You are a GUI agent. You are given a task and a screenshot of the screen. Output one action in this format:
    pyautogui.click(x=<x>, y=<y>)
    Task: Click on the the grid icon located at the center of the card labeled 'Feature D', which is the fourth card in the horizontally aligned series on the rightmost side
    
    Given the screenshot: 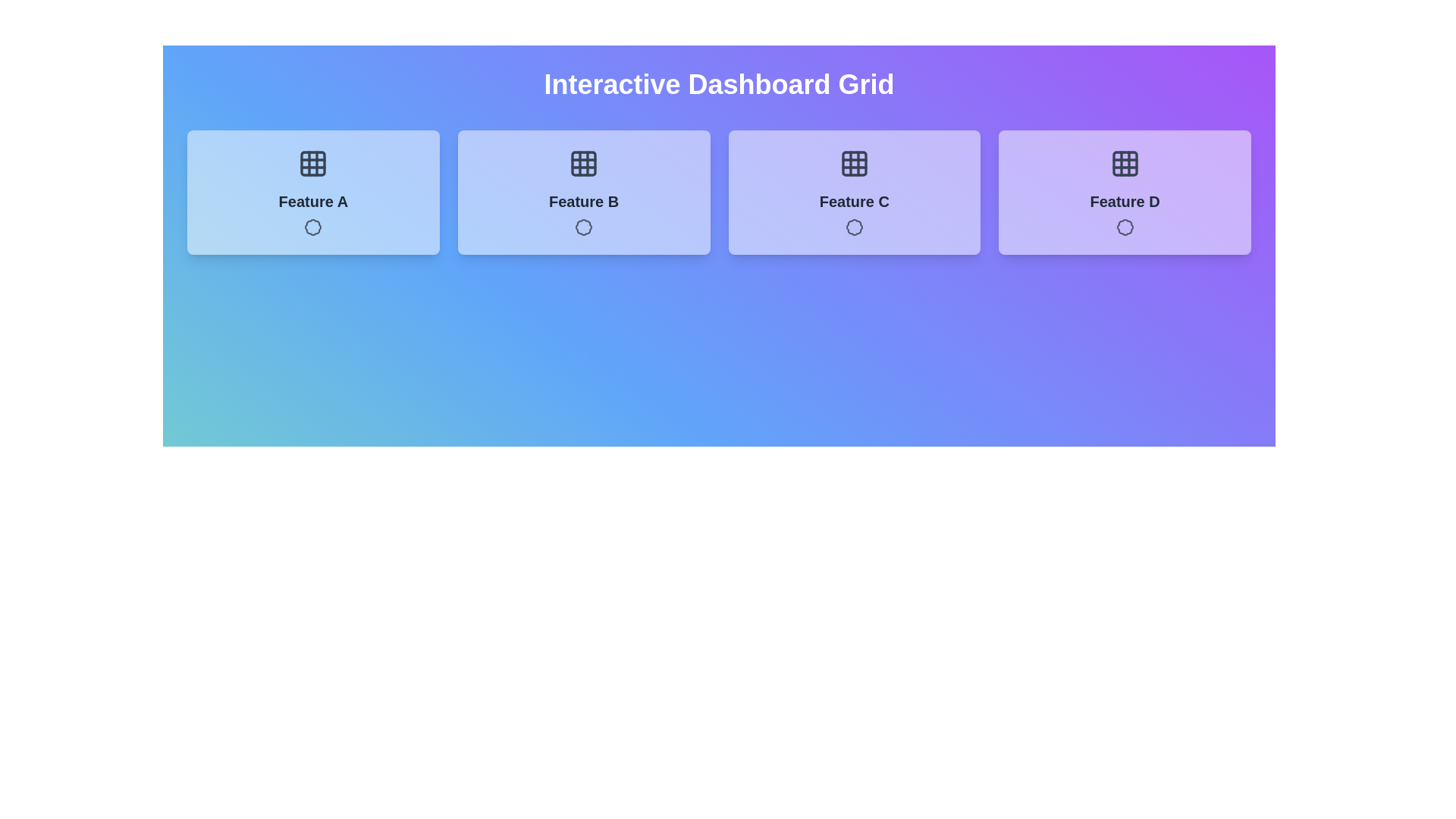 What is the action you would take?
    pyautogui.click(x=1125, y=164)
    